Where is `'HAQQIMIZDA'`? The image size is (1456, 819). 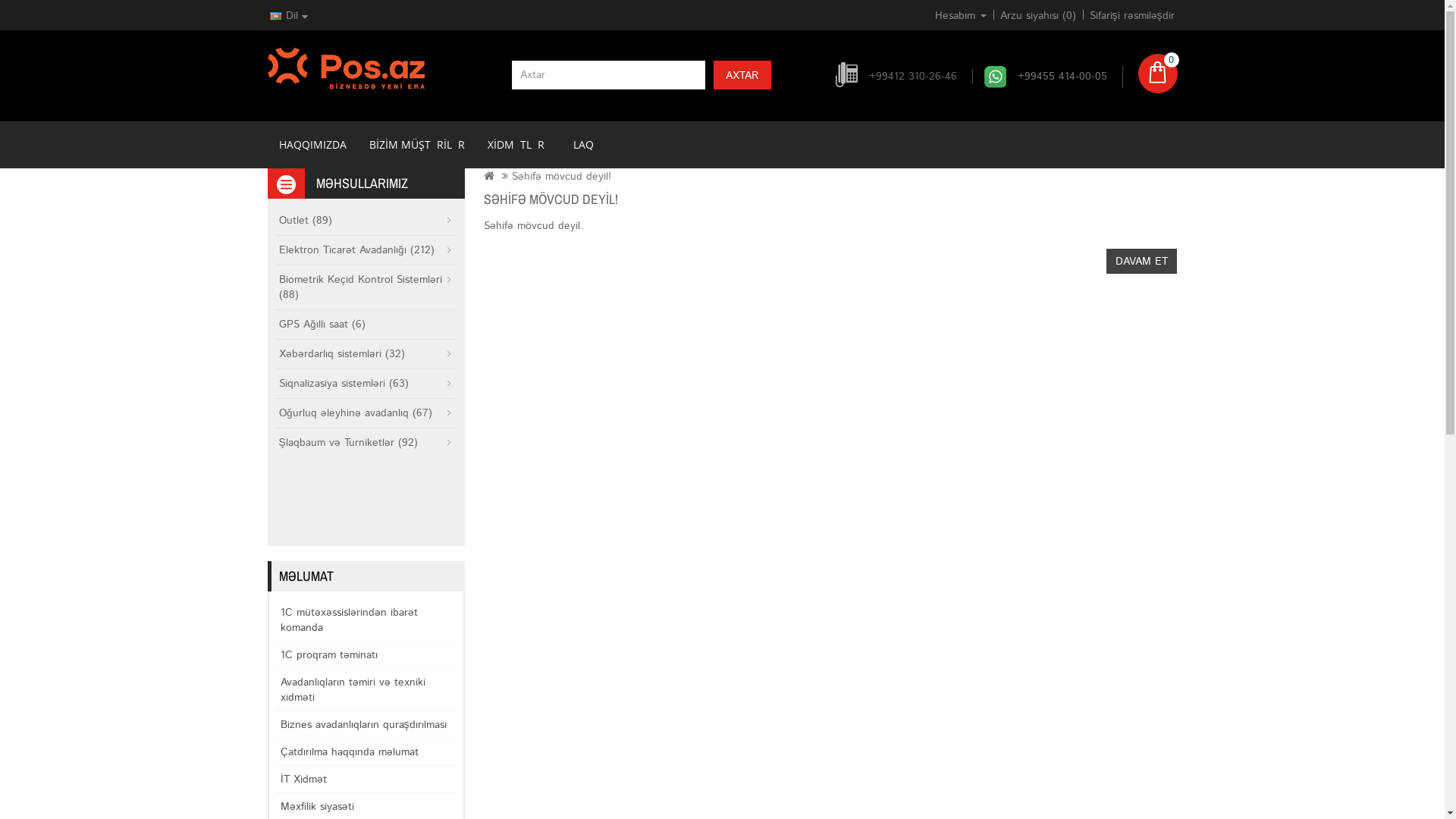
'HAQQIMIZDA' is located at coordinates (266, 145).